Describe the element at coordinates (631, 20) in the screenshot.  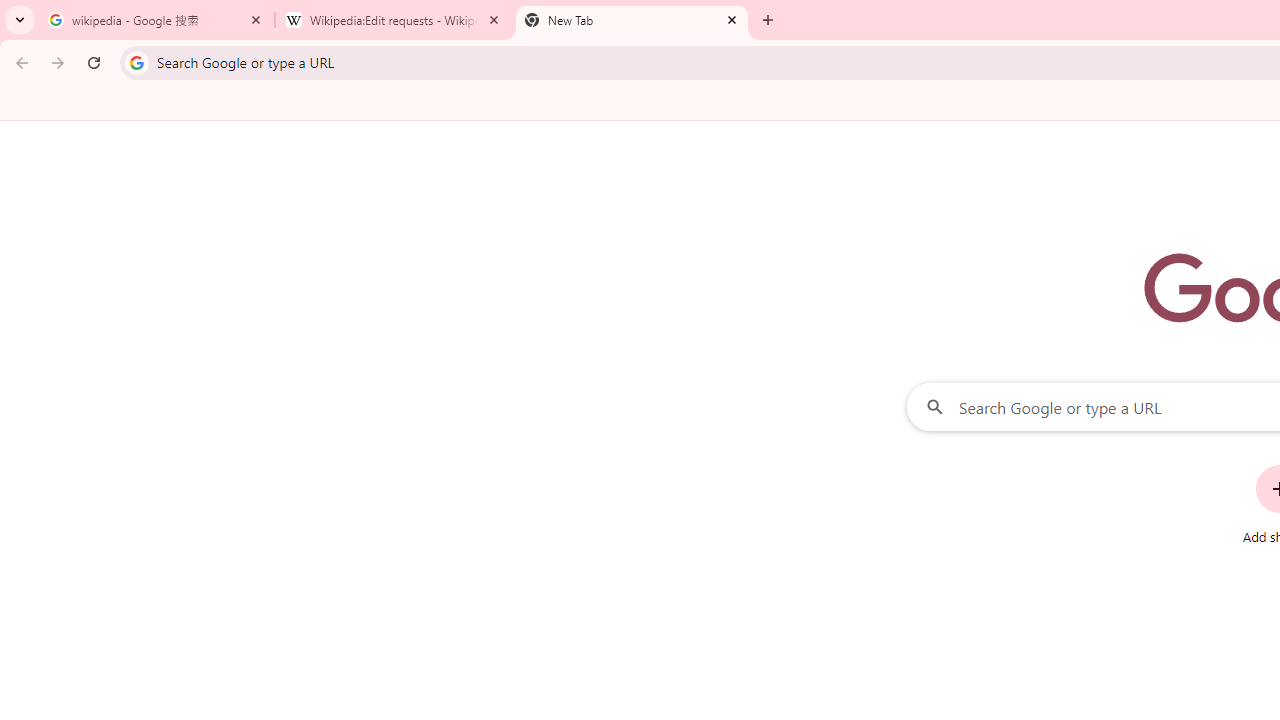
I see `'New Tab'` at that location.